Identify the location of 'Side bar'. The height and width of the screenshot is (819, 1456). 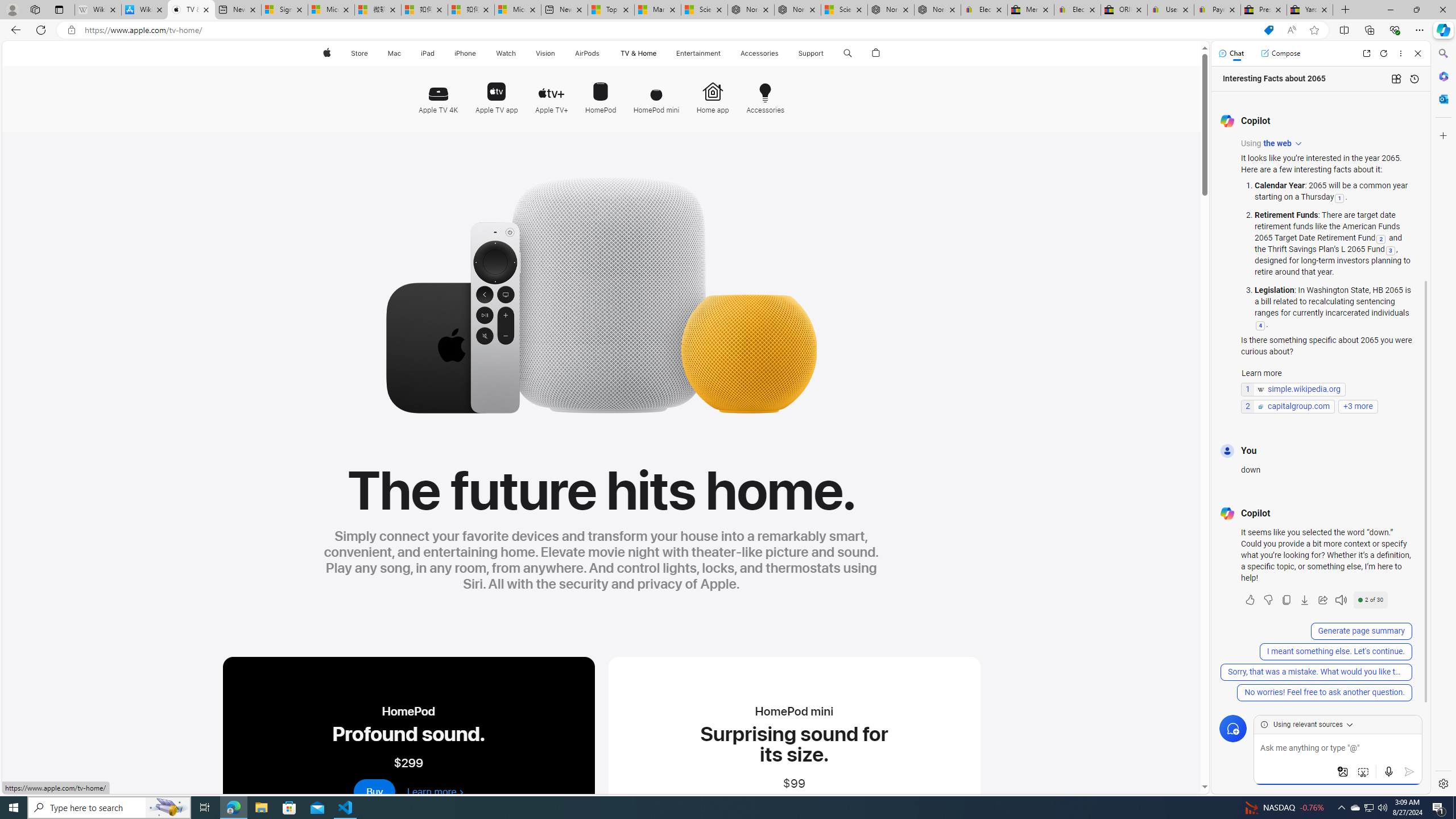
(1443, 418).